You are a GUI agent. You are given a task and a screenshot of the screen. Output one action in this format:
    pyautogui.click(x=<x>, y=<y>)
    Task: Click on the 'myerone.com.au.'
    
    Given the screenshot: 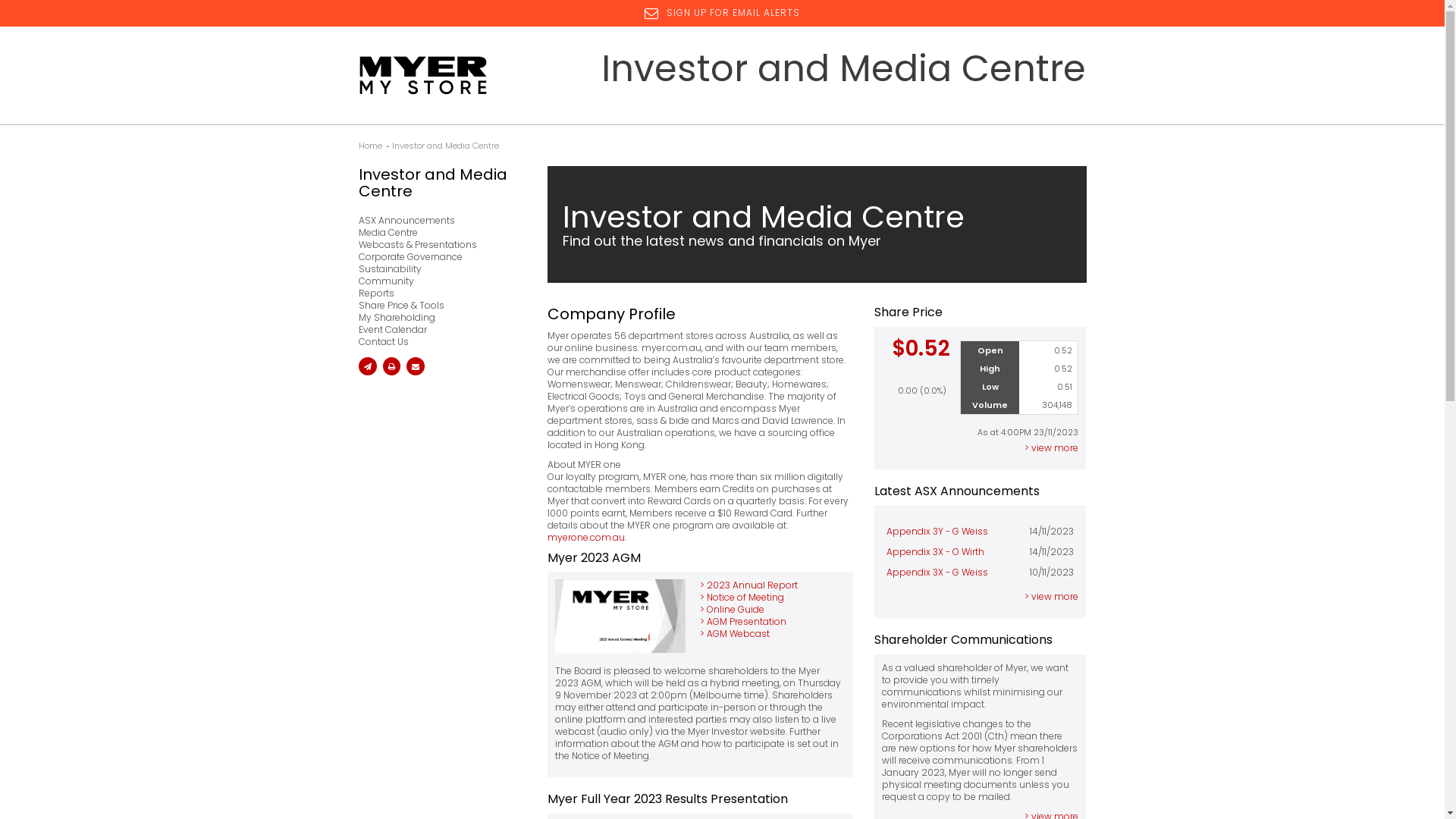 What is the action you would take?
    pyautogui.click(x=546, y=536)
    